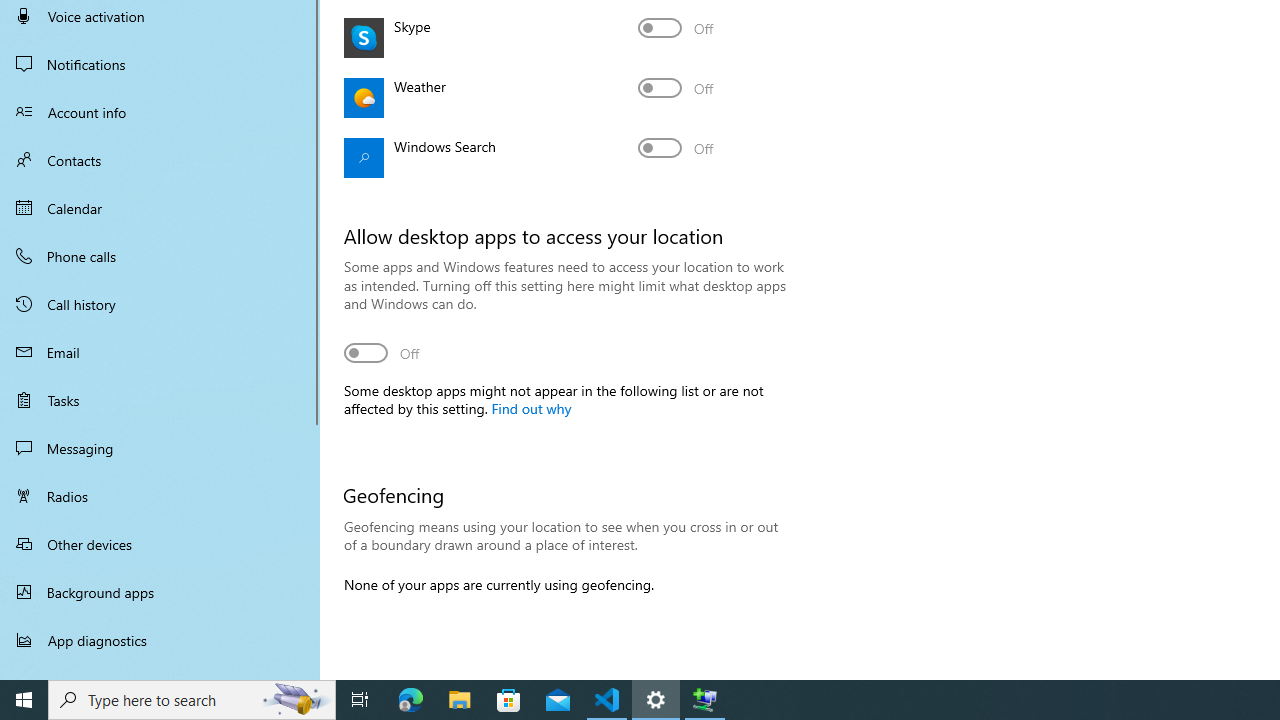 Image resolution: width=1280 pixels, height=720 pixels. Describe the element at coordinates (160, 304) in the screenshot. I see `'Call history'` at that location.